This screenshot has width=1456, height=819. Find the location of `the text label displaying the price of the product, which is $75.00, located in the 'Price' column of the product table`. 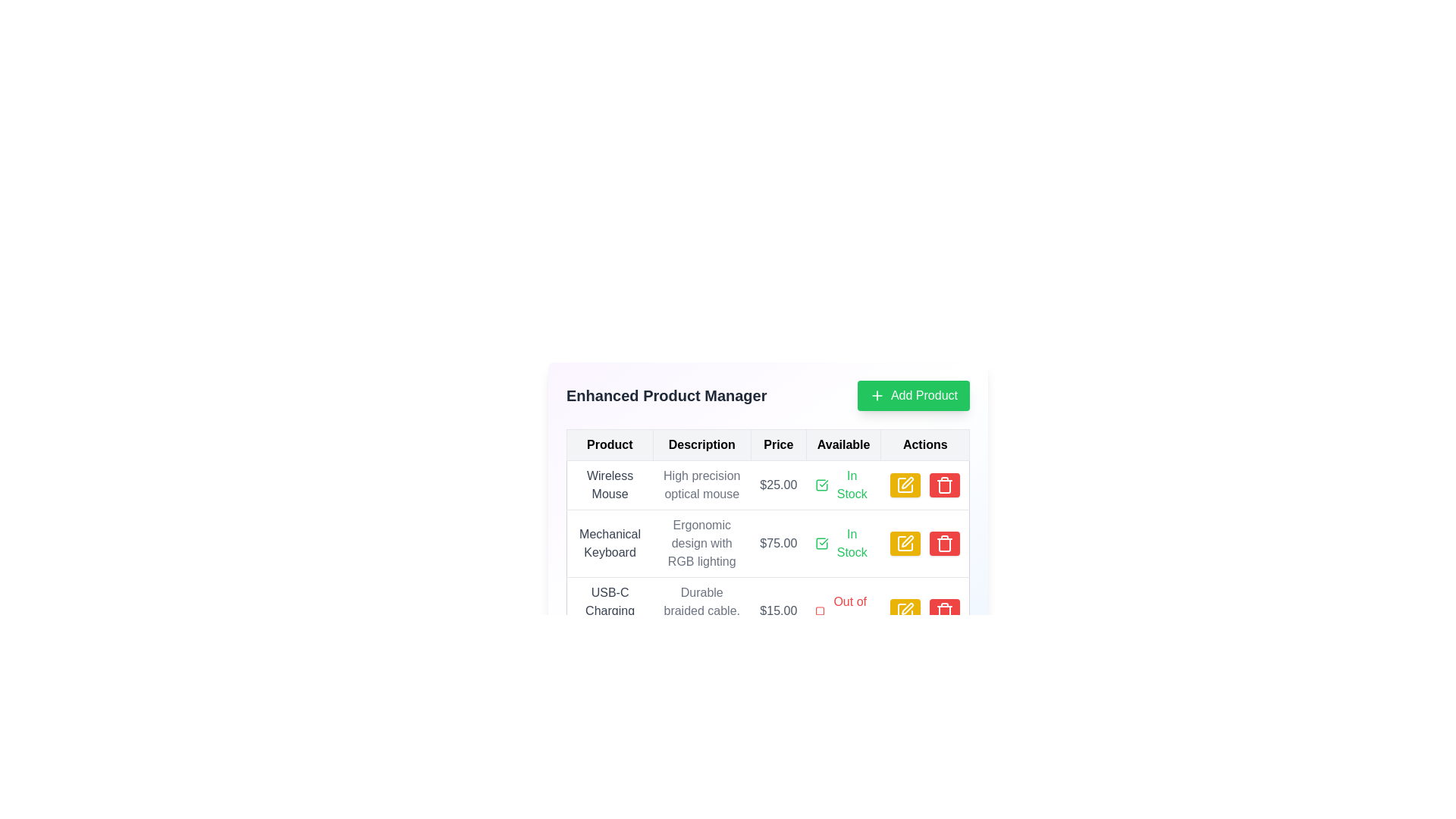

the text label displaying the price of the product, which is $75.00, located in the 'Price' column of the product table is located at coordinates (778, 543).